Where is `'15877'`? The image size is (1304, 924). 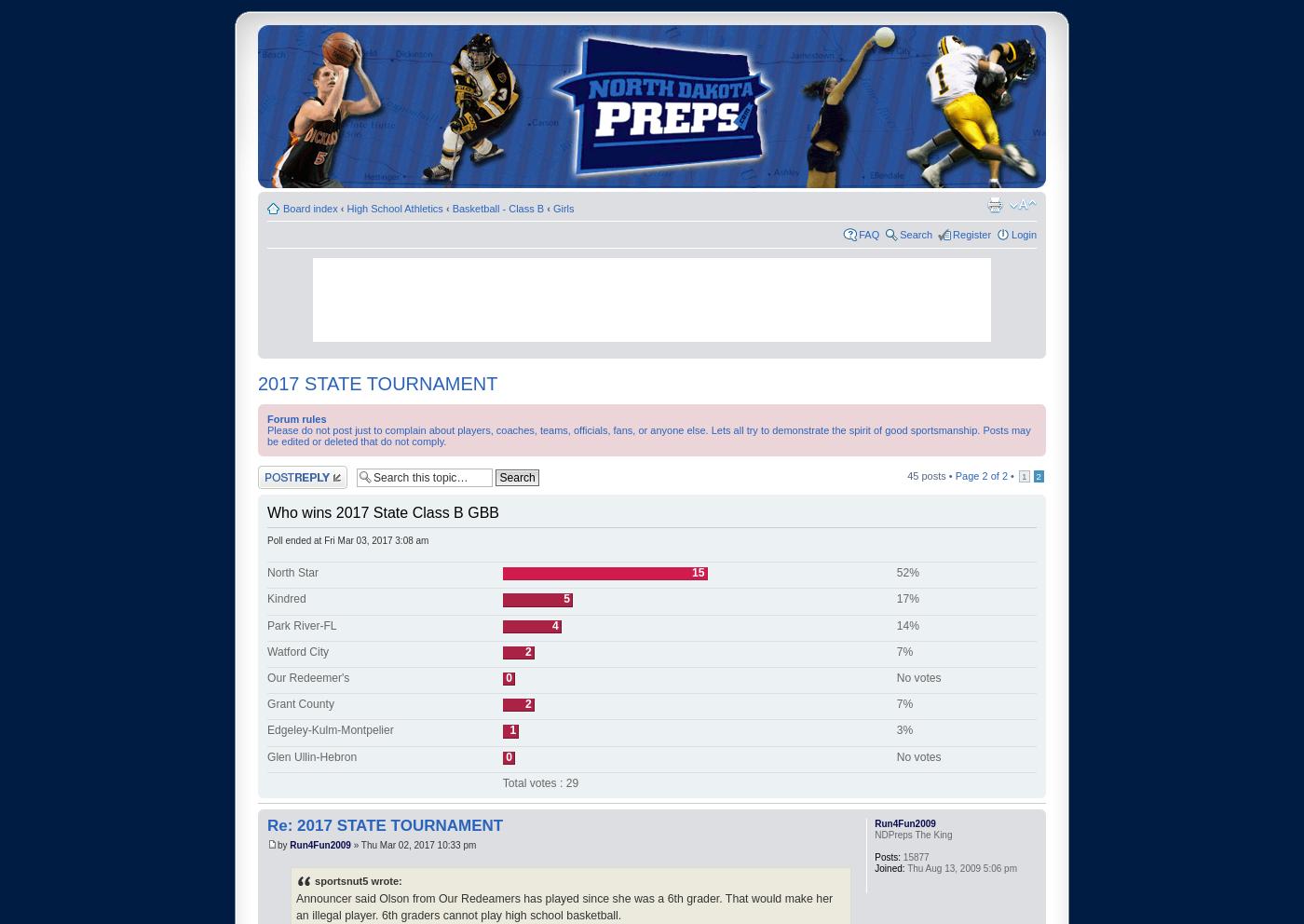
'15877' is located at coordinates (914, 855).